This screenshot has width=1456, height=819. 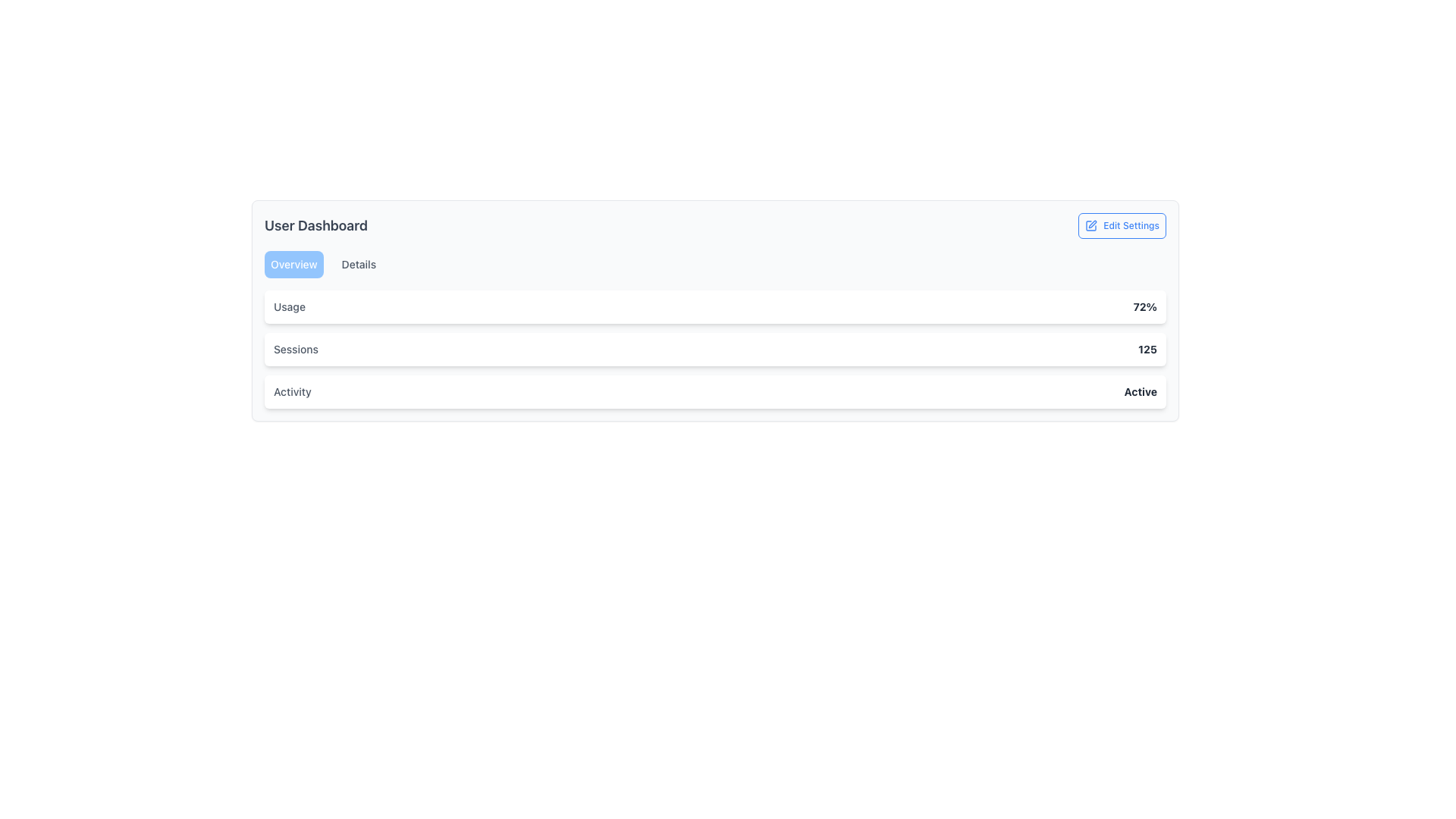 I want to click on the 'Edit Settings' icon located to the left of the 'Edit Settings' text within the button in the upper-right corner of the 'User Dashboard' card for accessibility purposes, so click(x=1090, y=225).